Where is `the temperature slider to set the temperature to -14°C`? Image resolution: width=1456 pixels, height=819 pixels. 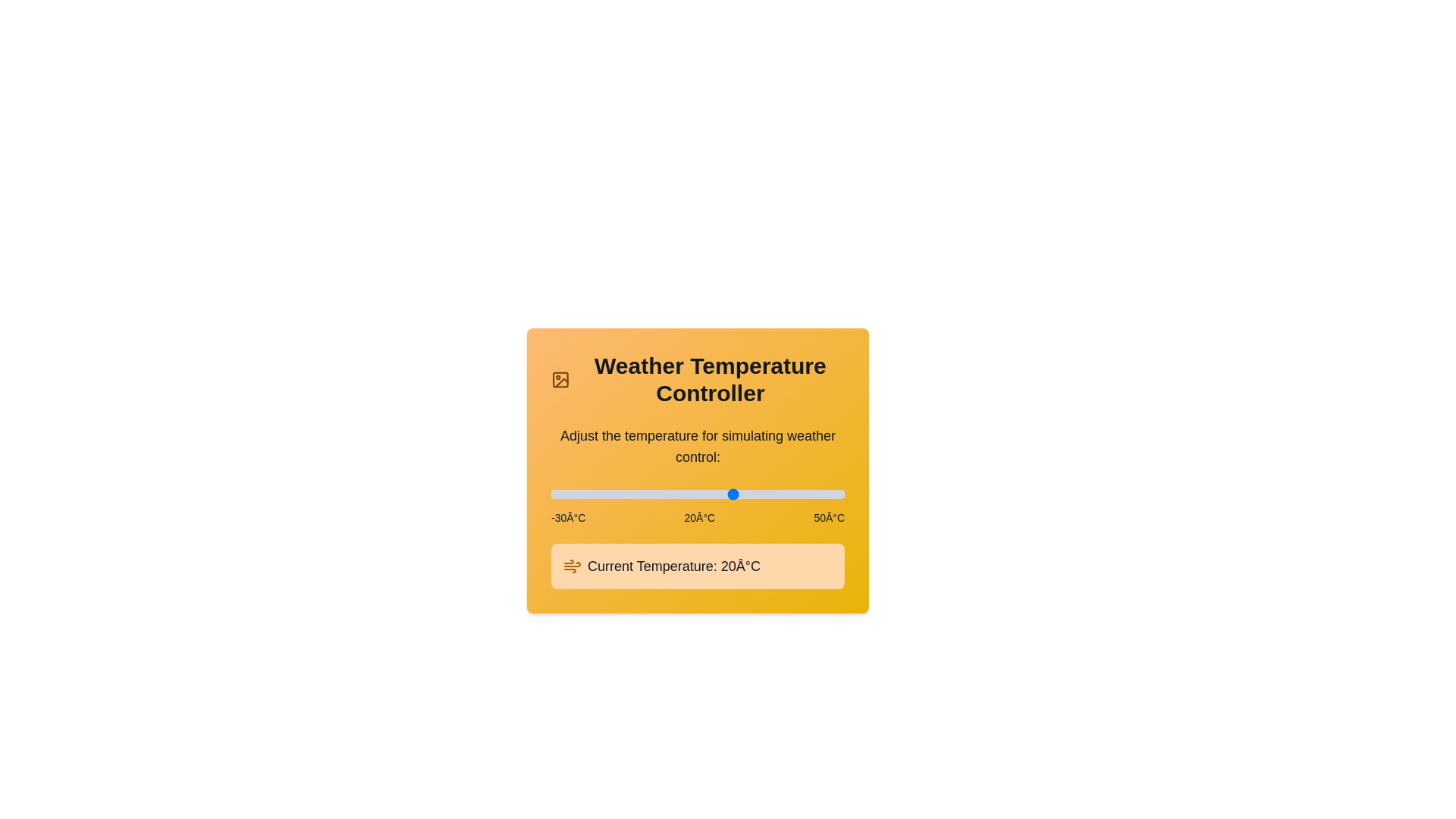
the temperature slider to set the temperature to -14°C is located at coordinates (610, 494).